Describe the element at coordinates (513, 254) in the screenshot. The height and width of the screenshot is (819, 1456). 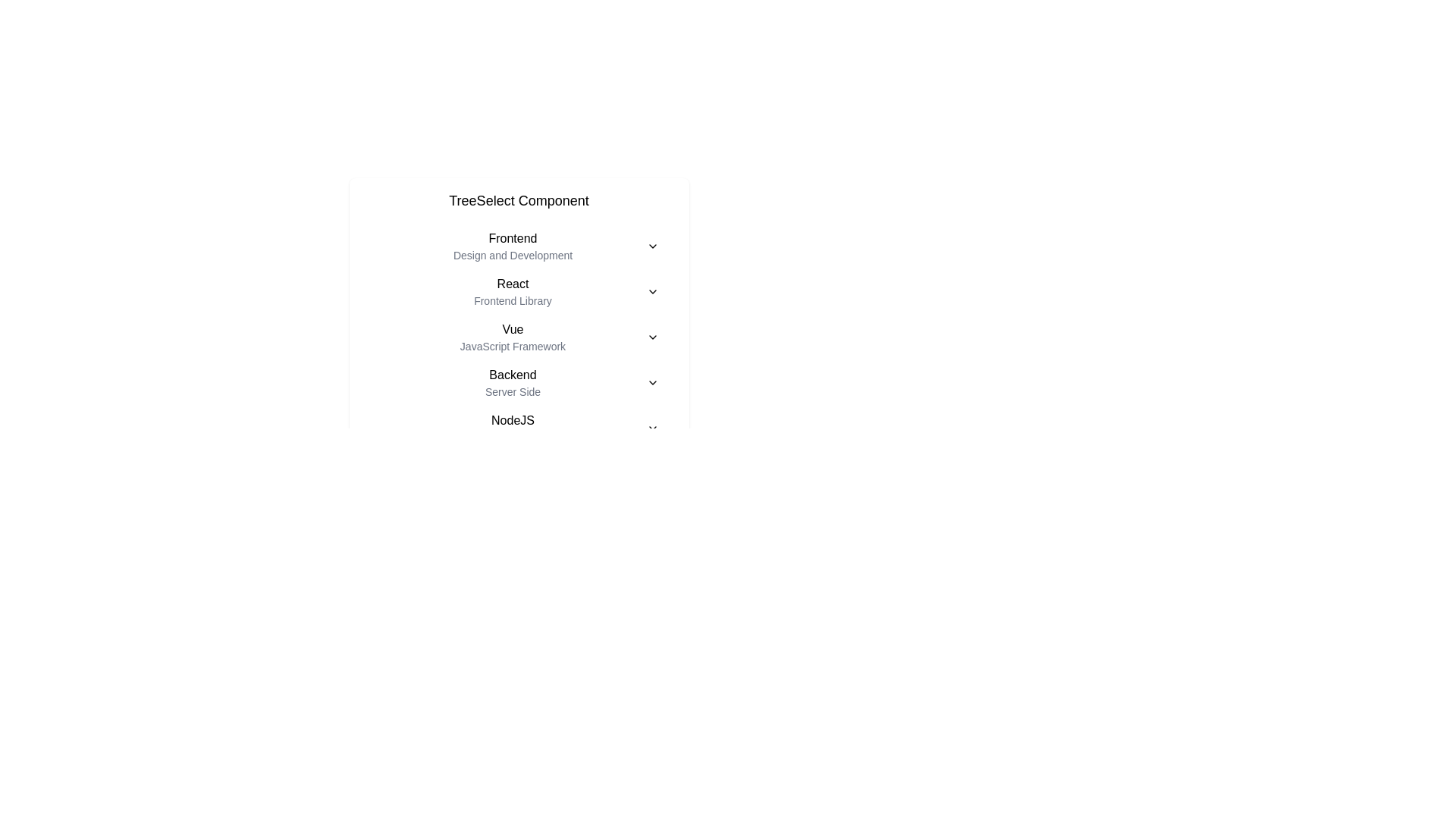
I see `the text label displaying 'Design and Development', which is styled with a smaller font size and gray color, located beneath the 'Frontend' heading in a tree-like interface` at that location.